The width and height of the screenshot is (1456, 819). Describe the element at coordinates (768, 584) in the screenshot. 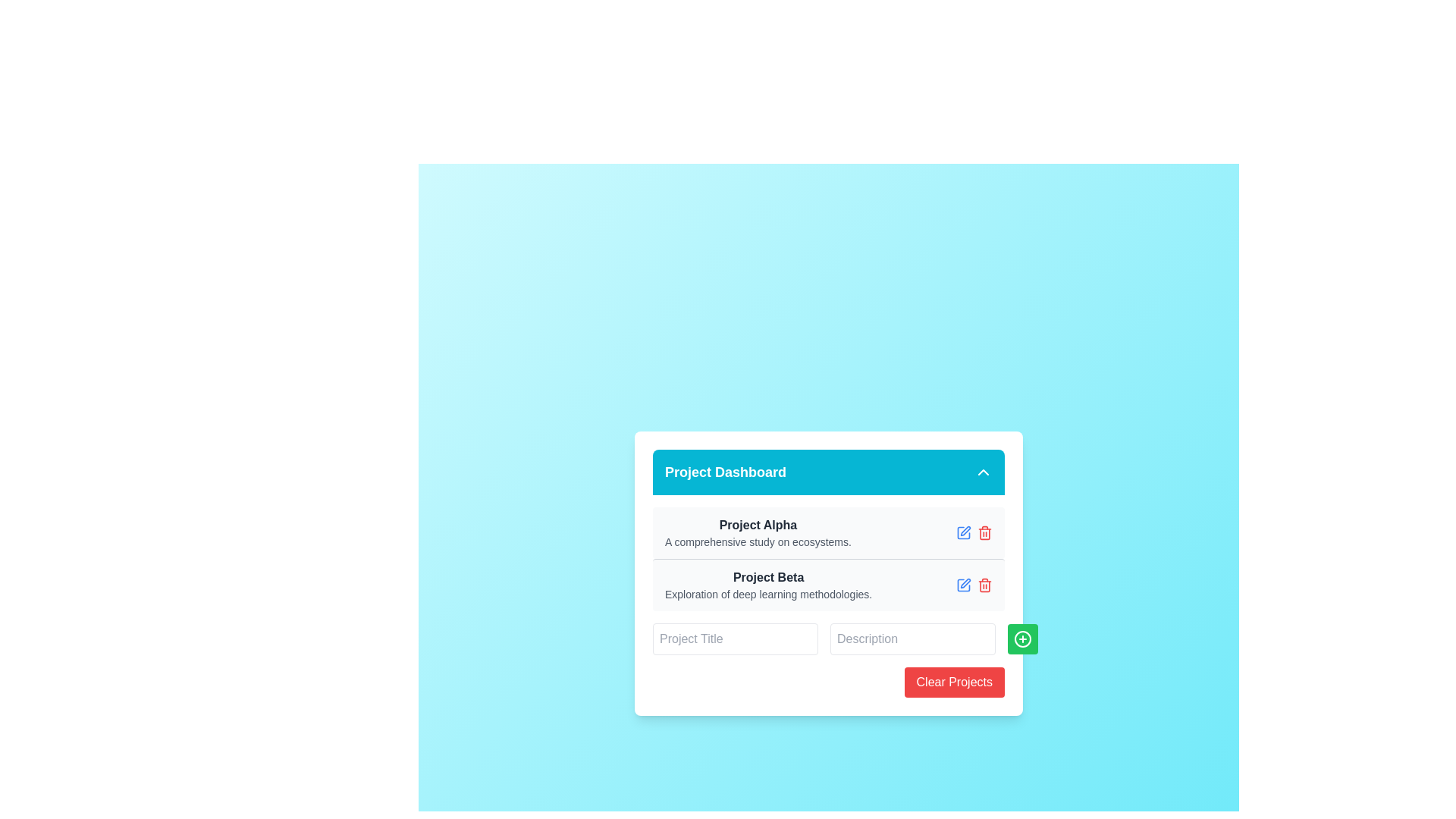

I see `the text block containing the bold title 'Project Beta' and the subtitle 'Exploration of deep learning methodologies.'` at that location.